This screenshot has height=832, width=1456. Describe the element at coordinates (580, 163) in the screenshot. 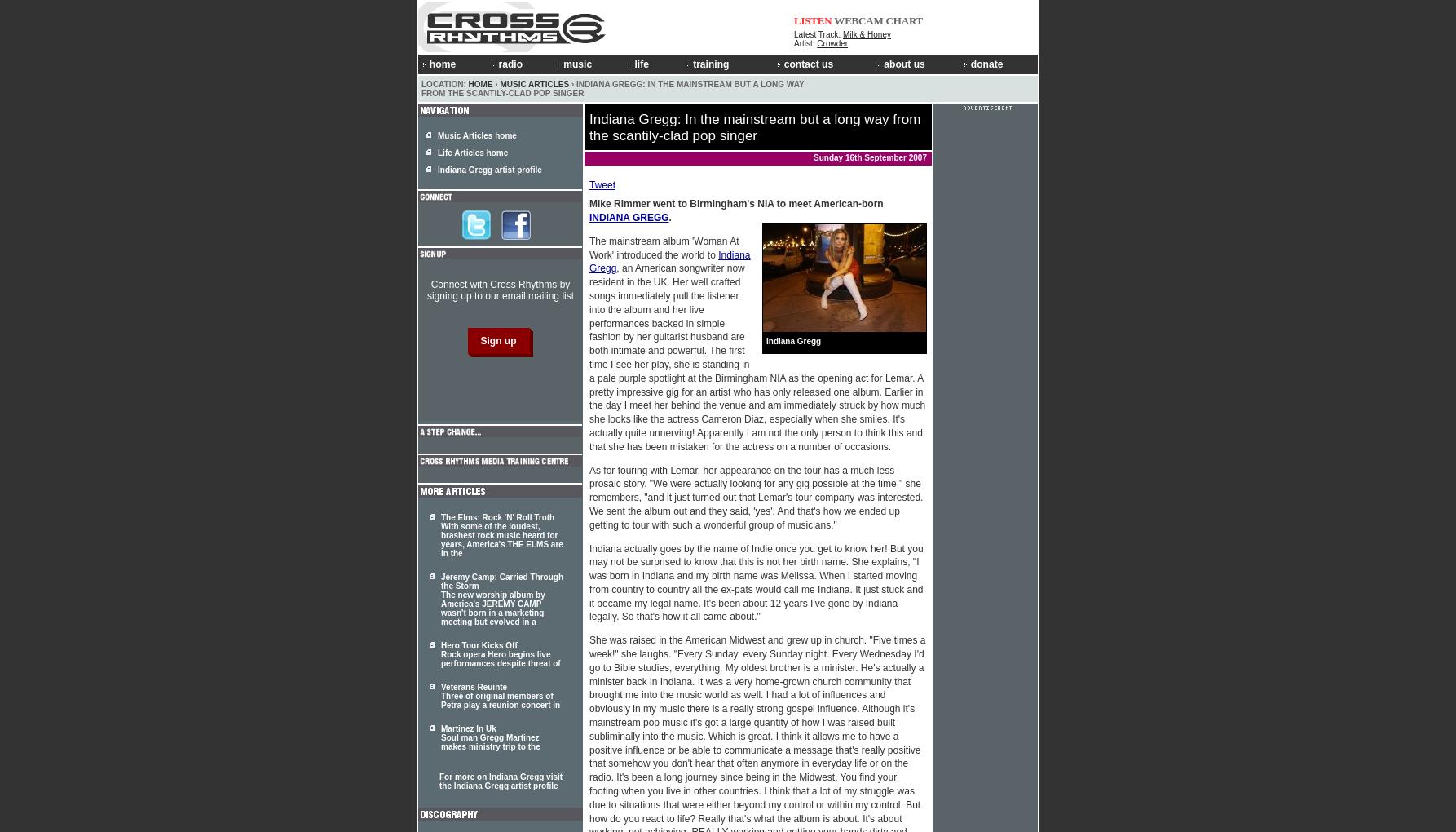

I see `'Reviews'` at that location.